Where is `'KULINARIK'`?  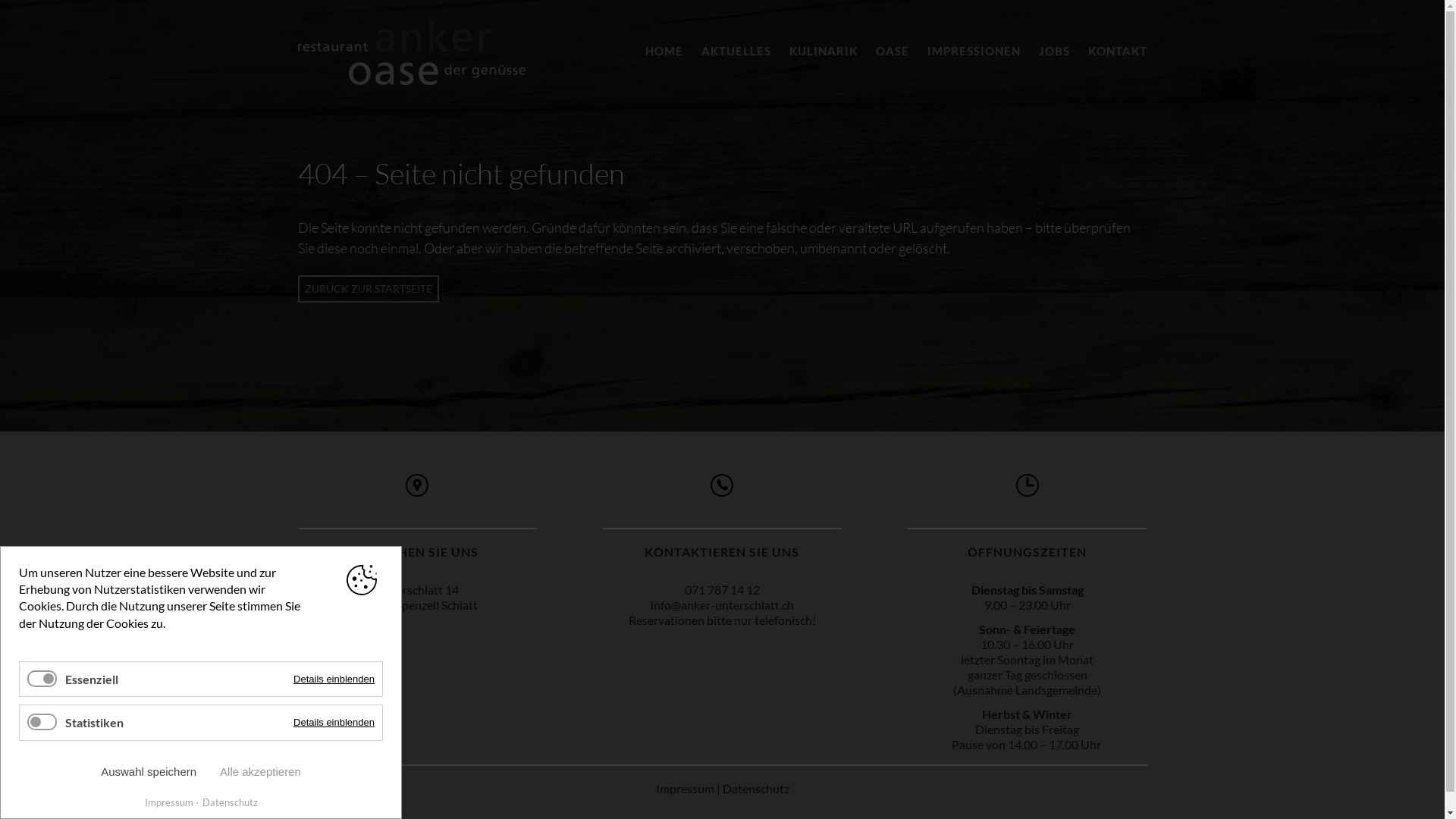 'KULINARIK' is located at coordinates (789, 49).